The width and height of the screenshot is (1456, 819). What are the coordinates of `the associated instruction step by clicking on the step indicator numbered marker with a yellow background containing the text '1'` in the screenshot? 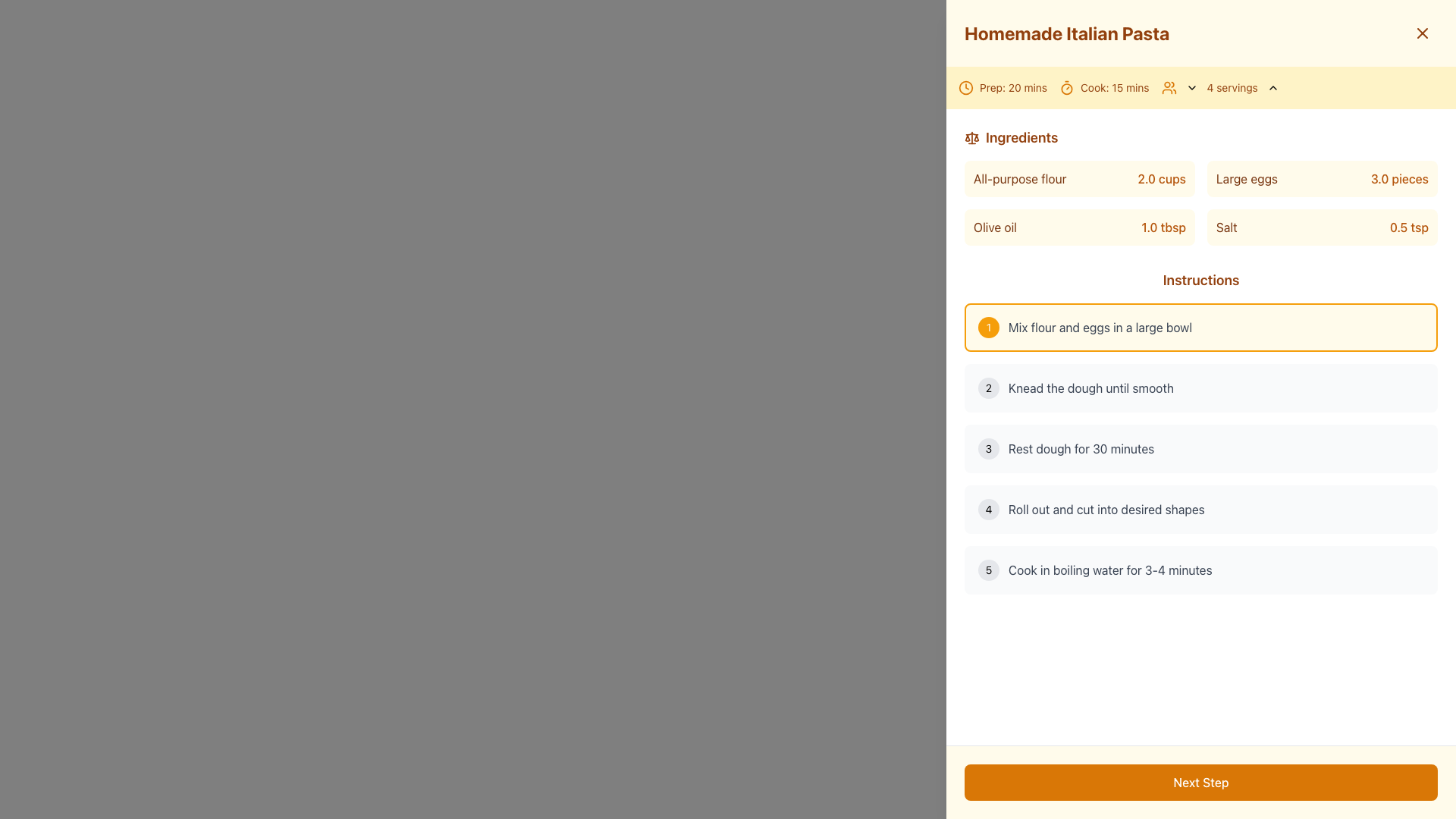 It's located at (989, 327).